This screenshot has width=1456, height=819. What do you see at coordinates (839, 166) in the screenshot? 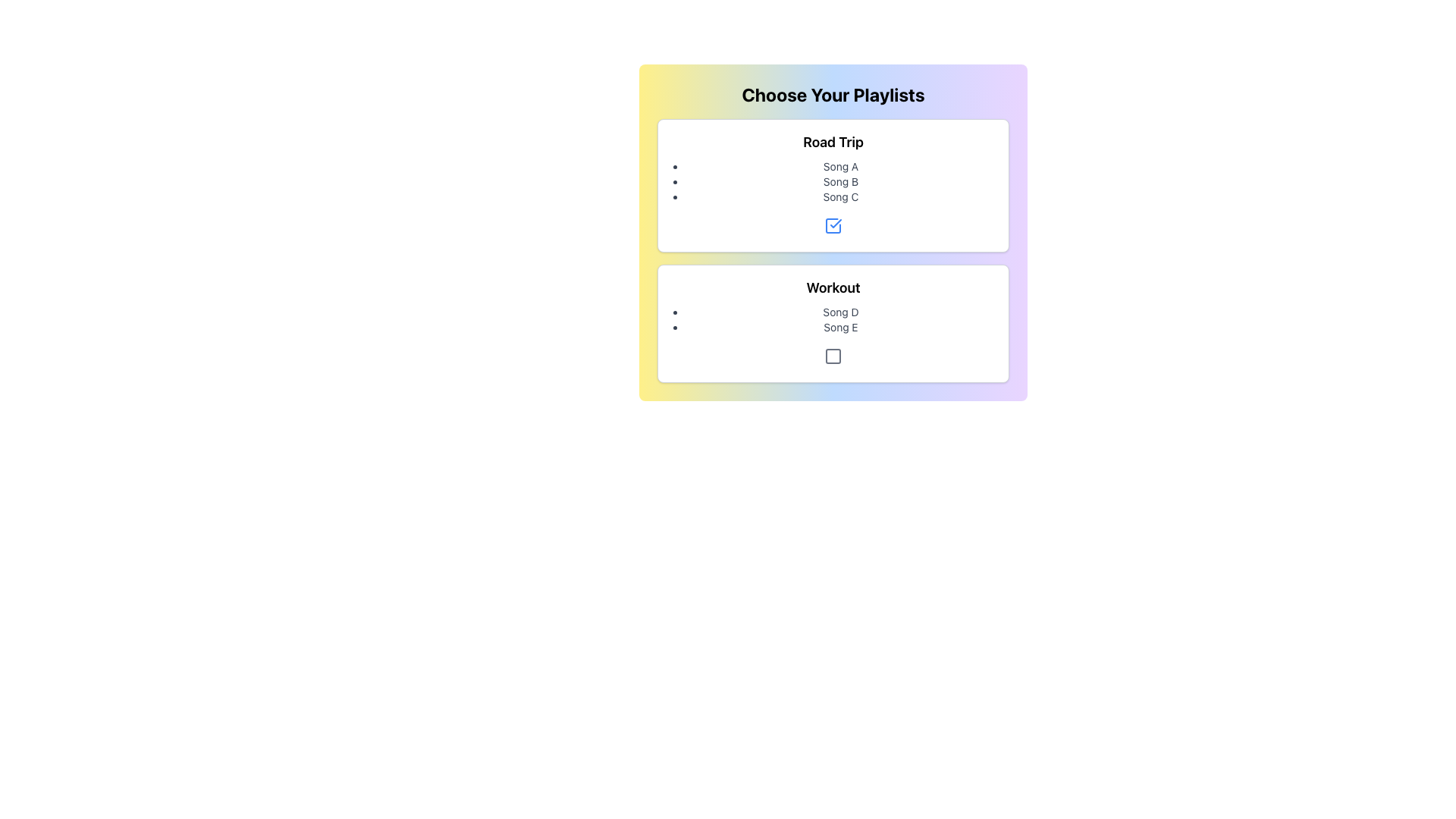
I see `the static text displaying the song name 'Song A' in the playlist under the 'Road Trip' header` at bounding box center [839, 166].